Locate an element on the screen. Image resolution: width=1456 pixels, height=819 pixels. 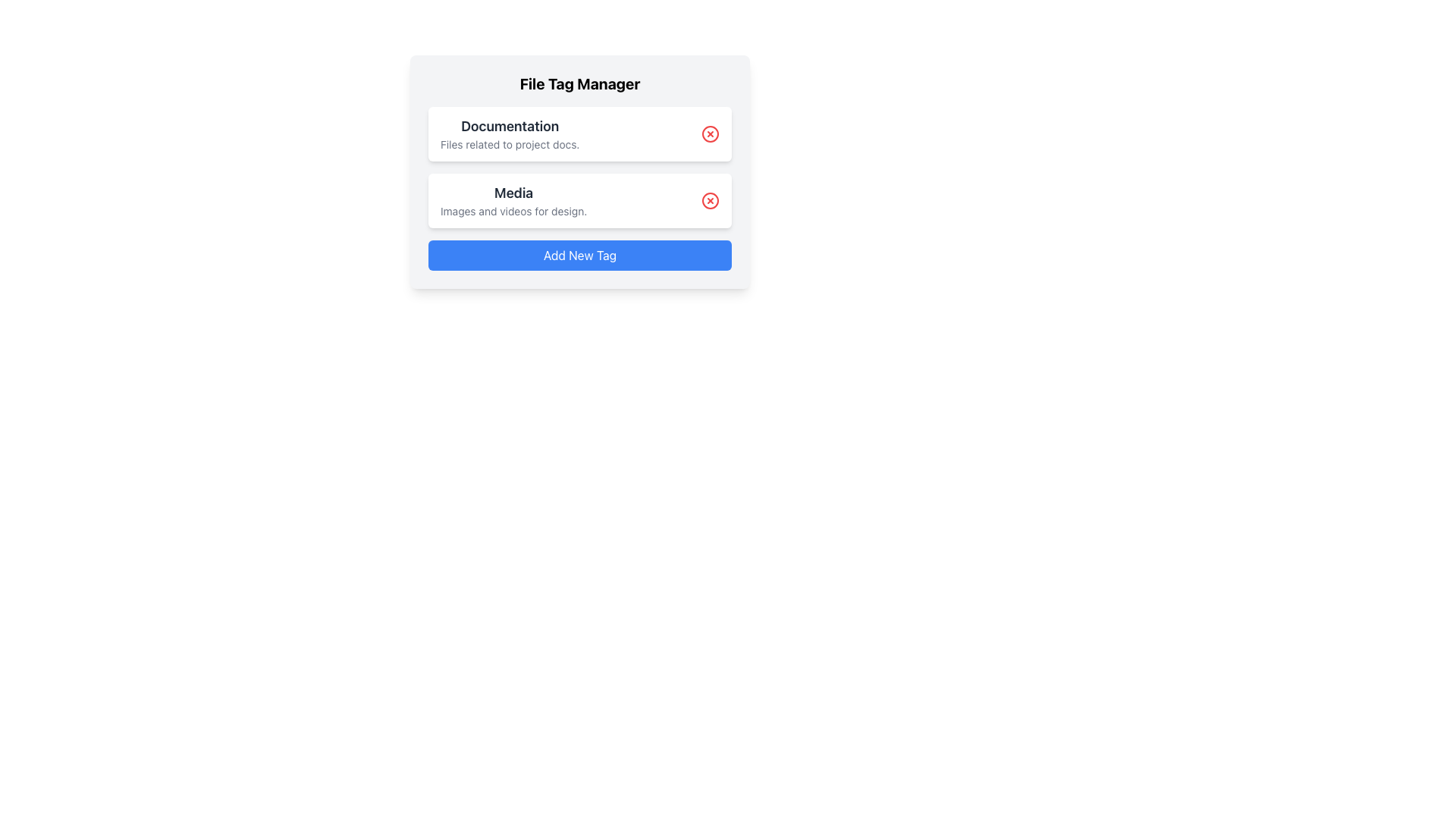
the text element reading 'Files related to project docs.' which is styled in light gray and positioned beneath the title 'Documentation' is located at coordinates (510, 145).